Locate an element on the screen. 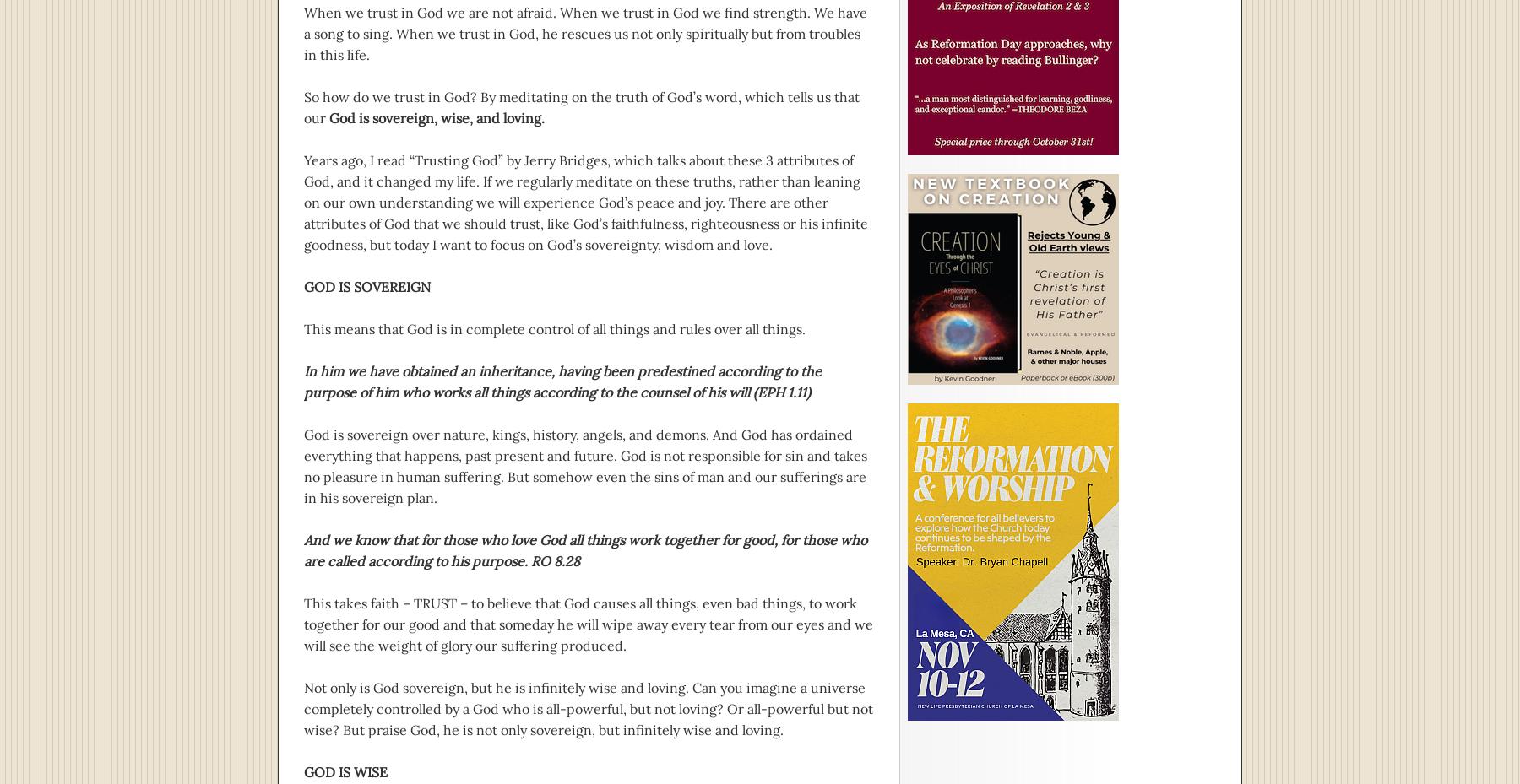 This screenshot has width=1520, height=784. 'This takes faith – TRUST – to believe that God causes all things, even bad things, to work together for our good and that someday he will wipe away every tear from our eyes and we will see the weight of glory our suffering produced.' is located at coordinates (587, 624).